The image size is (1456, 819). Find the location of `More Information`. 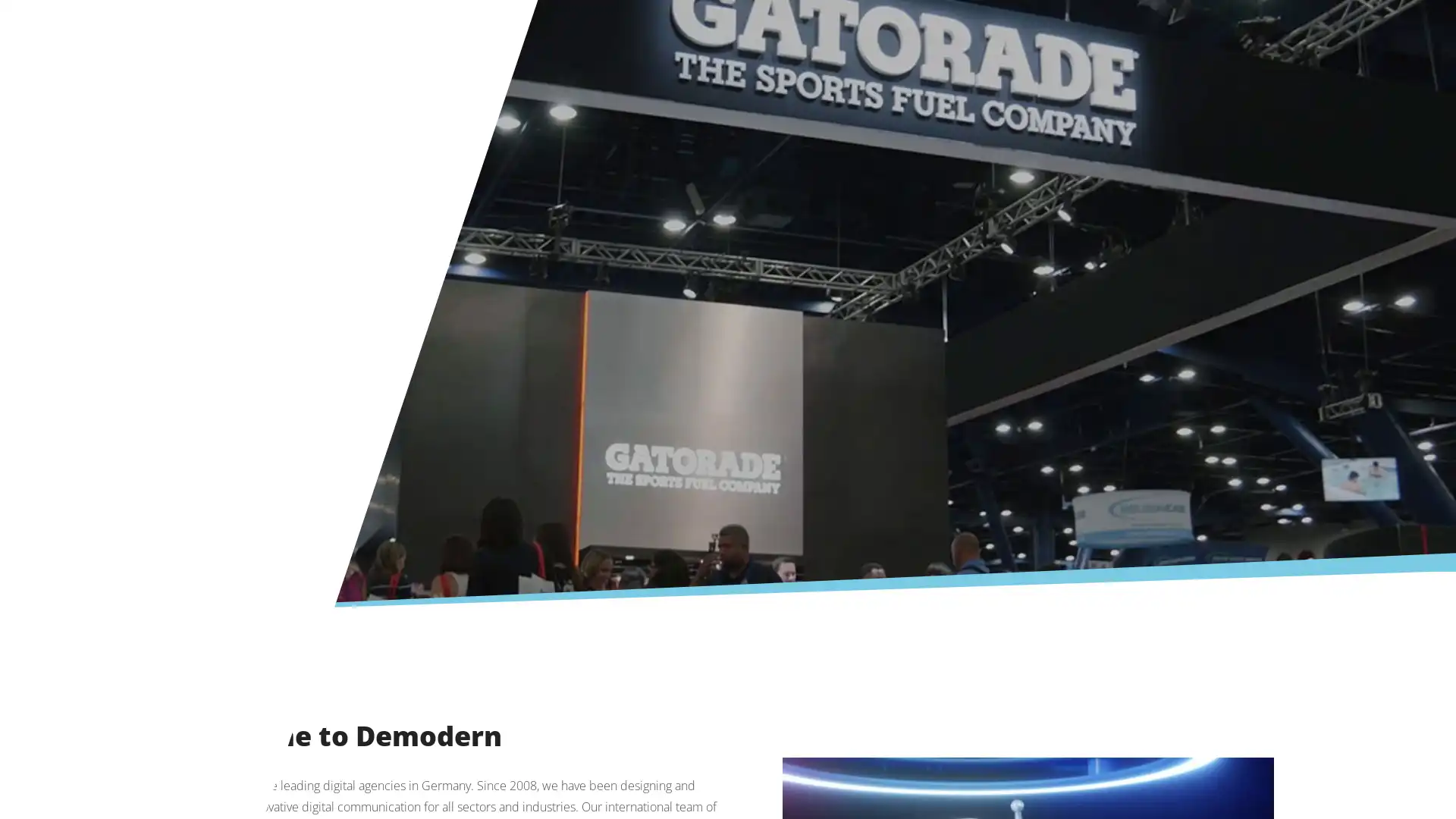

More Information is located at coordinates (700, 785).